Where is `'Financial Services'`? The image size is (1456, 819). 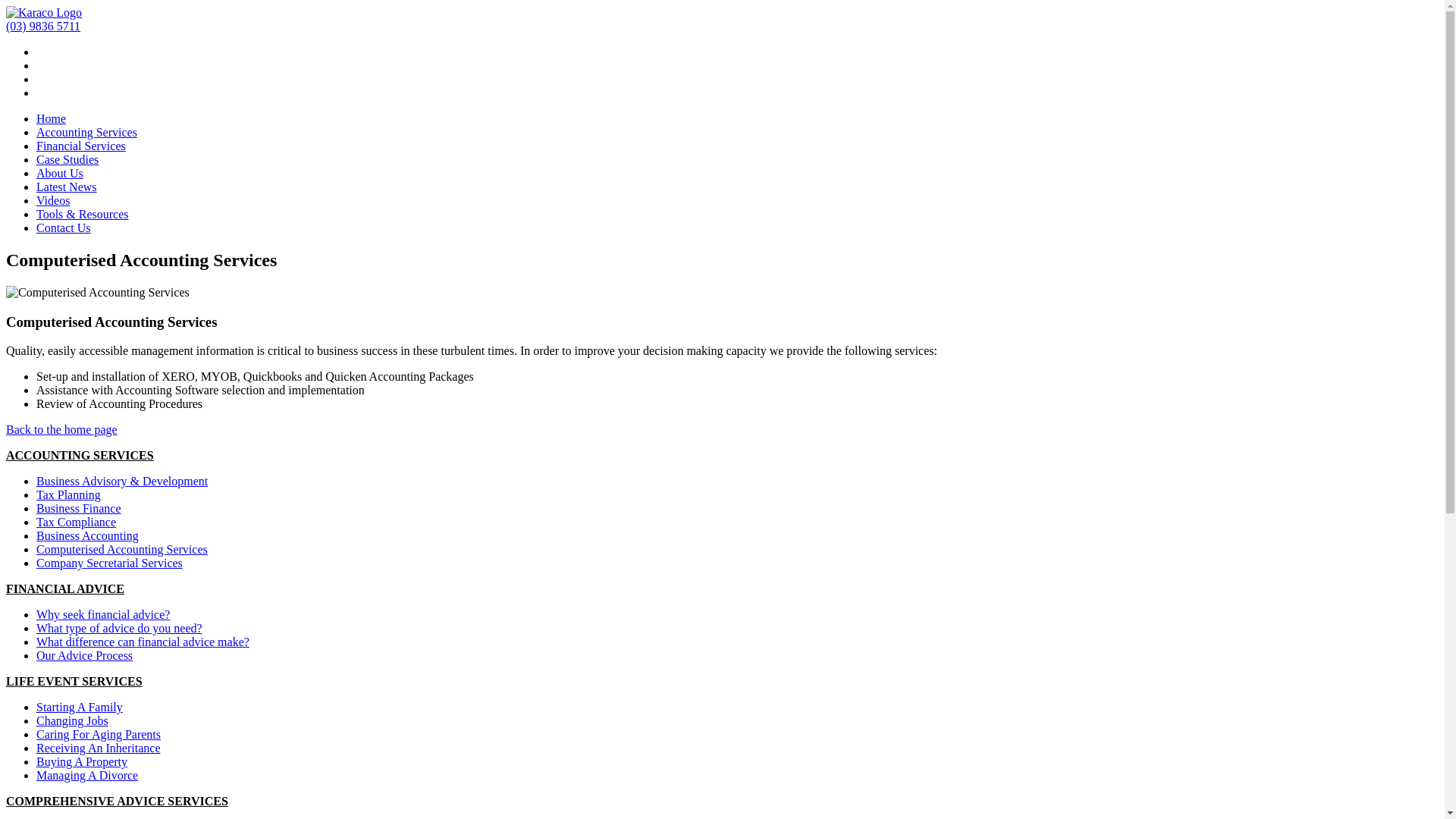 'Financial Services' is located at coordinates (80, 146).